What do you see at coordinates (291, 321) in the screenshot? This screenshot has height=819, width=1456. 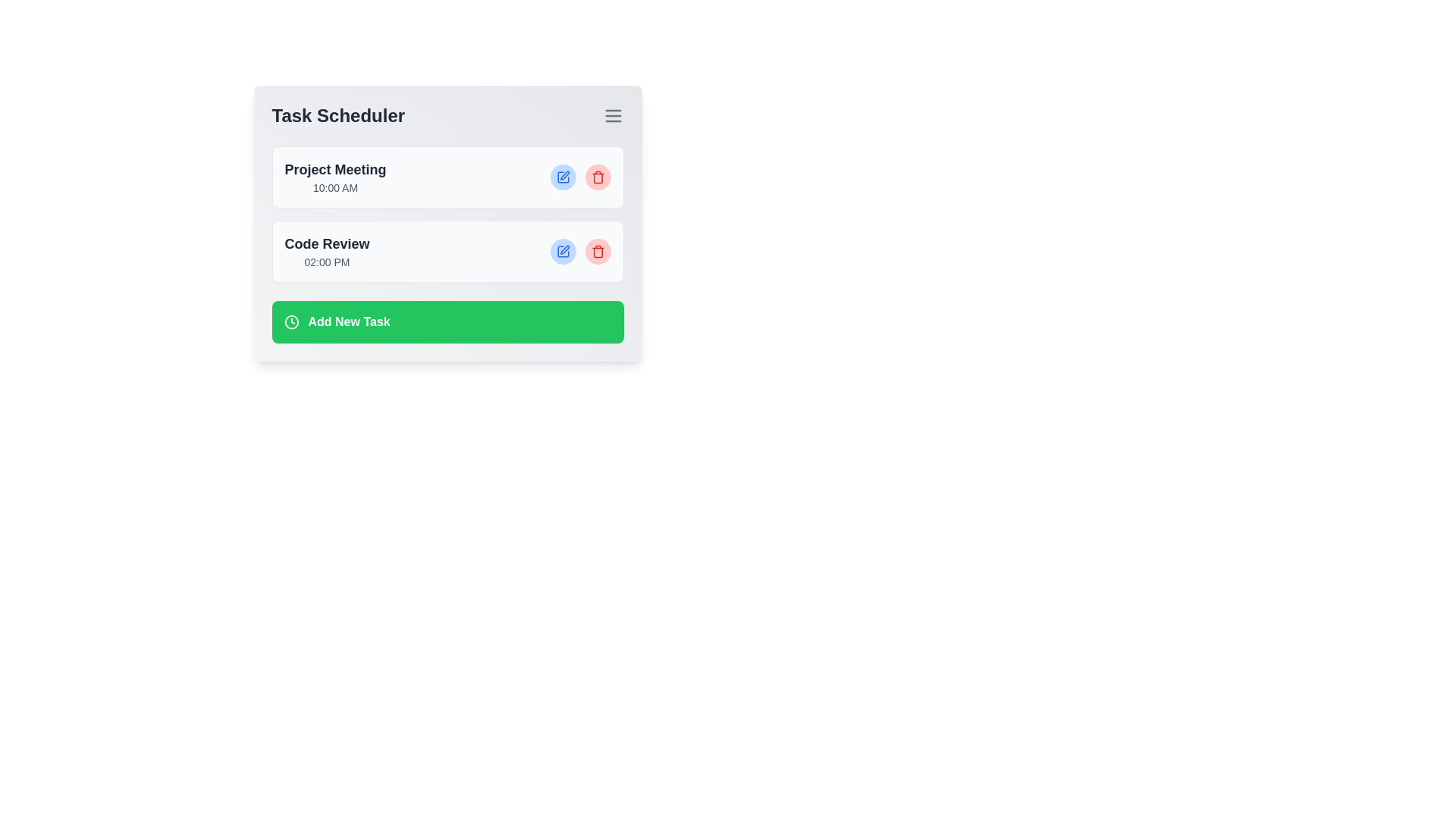 I see `the SVG Circle Element that represents the clock icon within the green 'Add New Task' button in the Task Scheduler interface` at bounding box center [291, 321].